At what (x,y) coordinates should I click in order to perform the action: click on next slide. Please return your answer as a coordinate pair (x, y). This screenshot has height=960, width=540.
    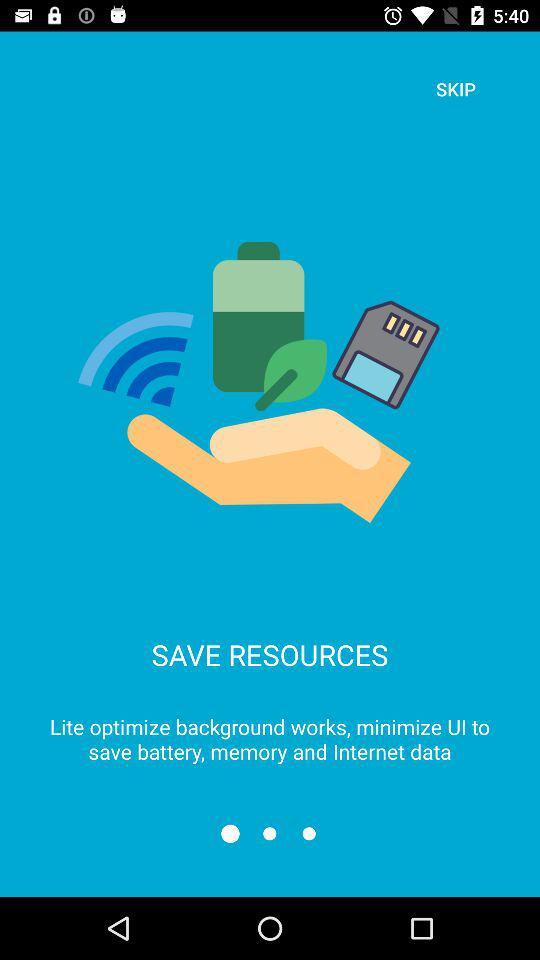
    Looking at the image, I should click on (269, 833).